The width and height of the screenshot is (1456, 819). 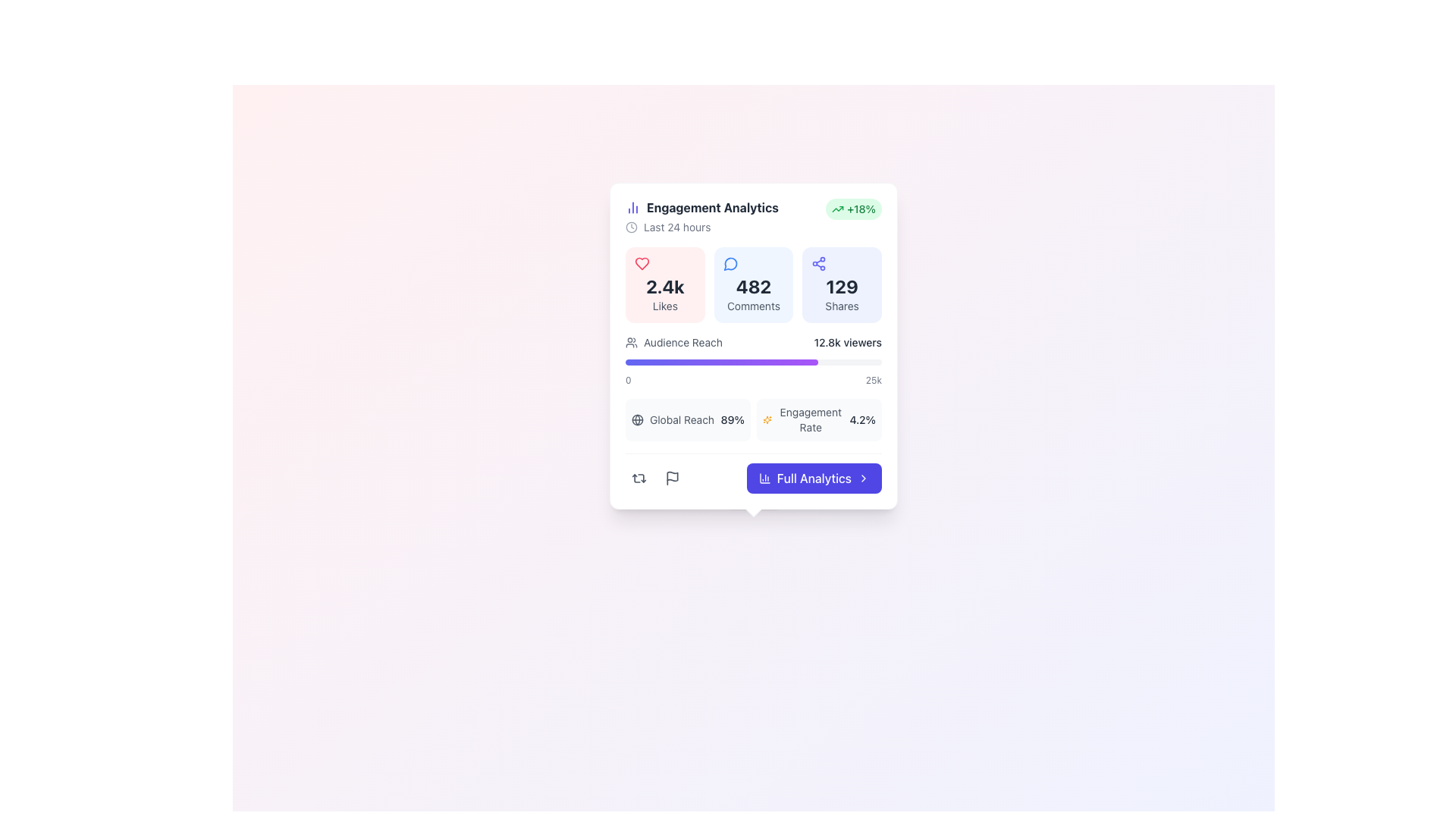 What do you see at coordinates (633, 207) in the screenshot?
I see `the small blue bar chart icon located to the left of the 'Engagement Analytics' text at the top left corner of the engagement analytics summary card` at bounding box center [633, 207].